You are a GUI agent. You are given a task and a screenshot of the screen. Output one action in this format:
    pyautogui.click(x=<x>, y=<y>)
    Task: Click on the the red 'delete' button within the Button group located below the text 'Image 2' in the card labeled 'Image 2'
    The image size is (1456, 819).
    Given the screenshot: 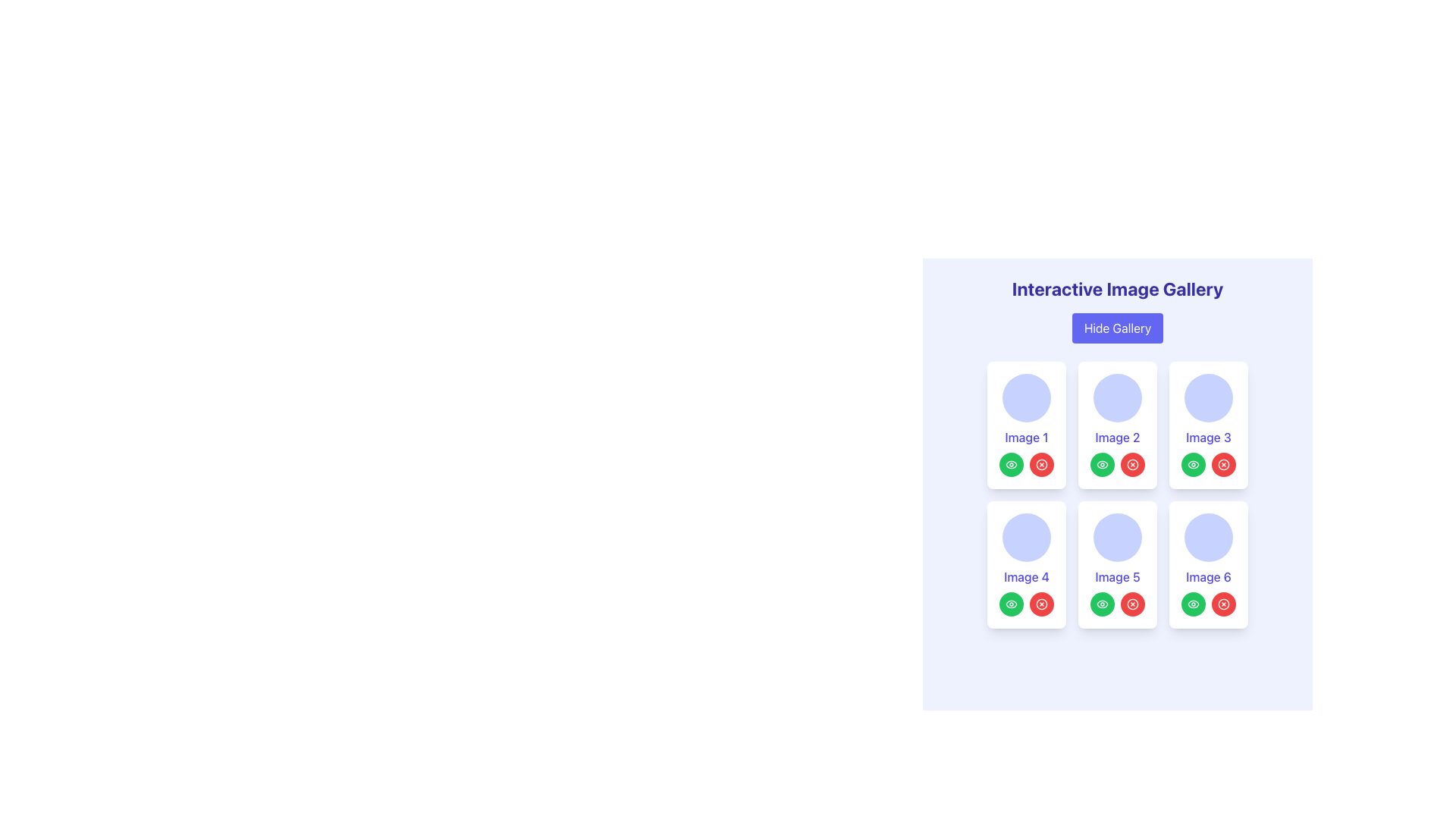 What is the action you would take?
    pyautogui.click(x=1117, y=464)
    